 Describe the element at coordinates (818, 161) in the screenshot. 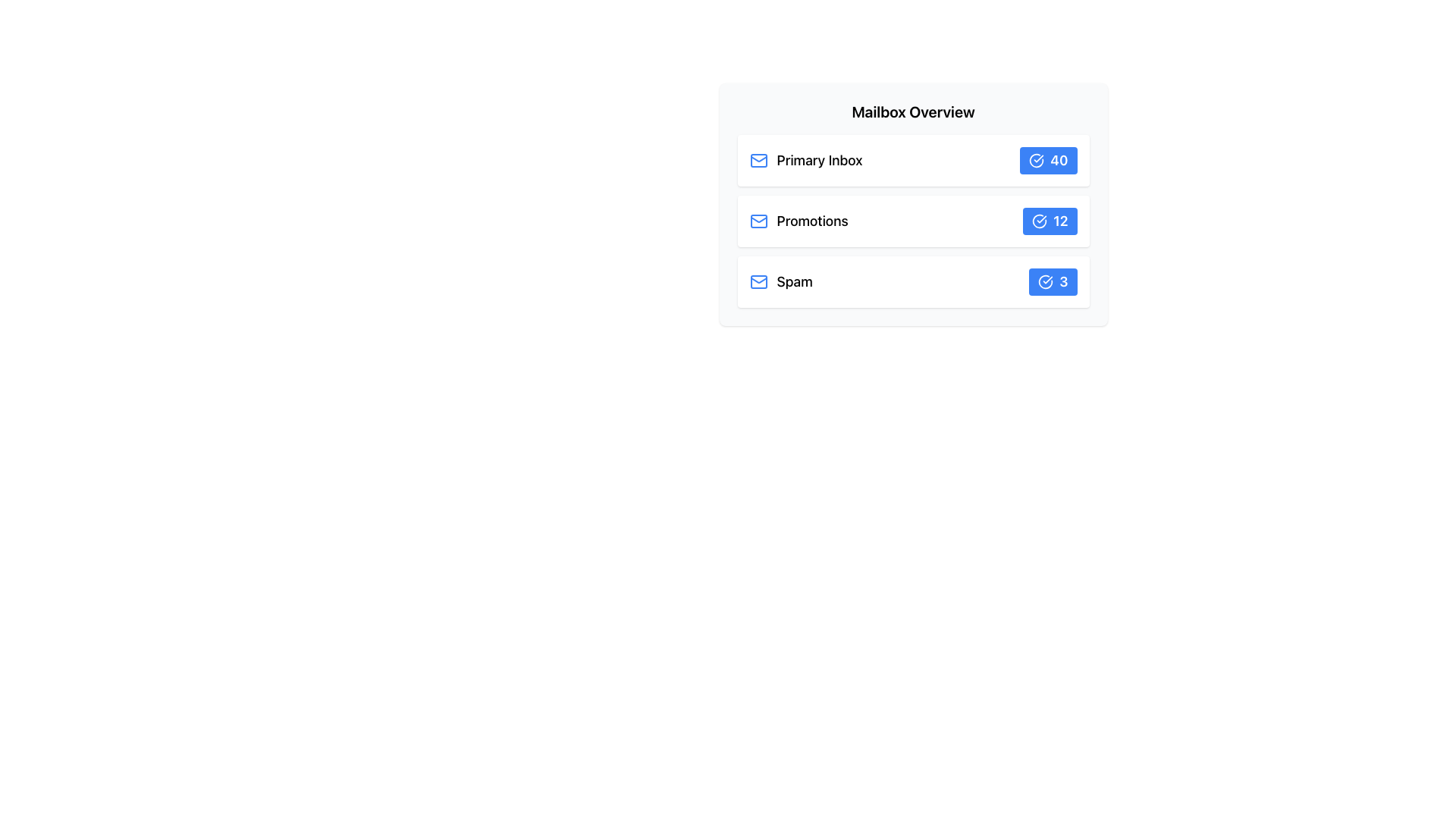

I see `label 'Primary Inbox' which is styled in bold and is the first item under the 'Mailbox Overview' heading, following a blue envelope icon` at that location.